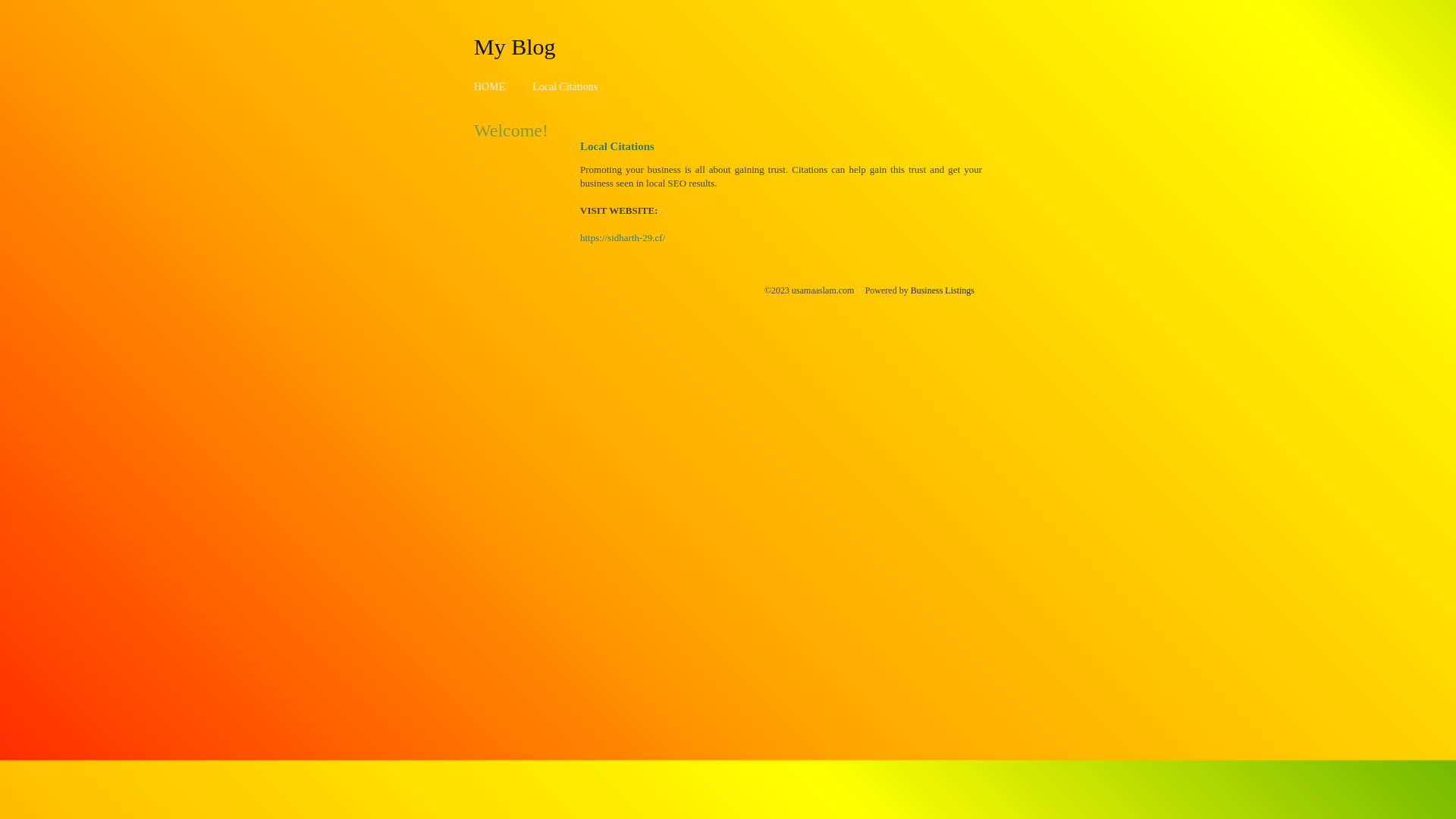  Describe the element at coordinates (563, 86) in the screenshot. I see `'Local Citations'` at that location.